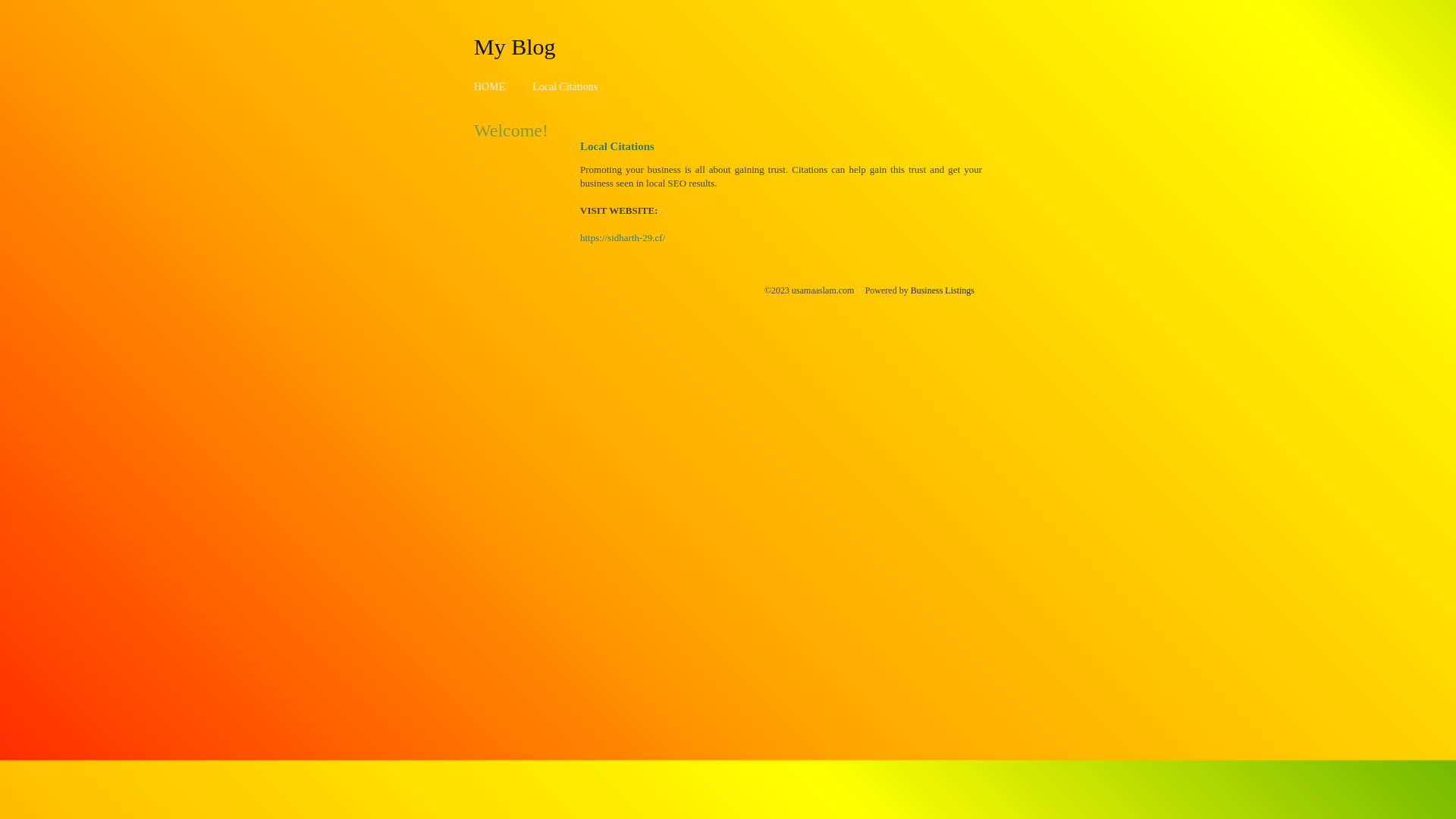  Describe the element at coordinates (563, 86) in the screenshot. I see `'Local Citations'` at that location.